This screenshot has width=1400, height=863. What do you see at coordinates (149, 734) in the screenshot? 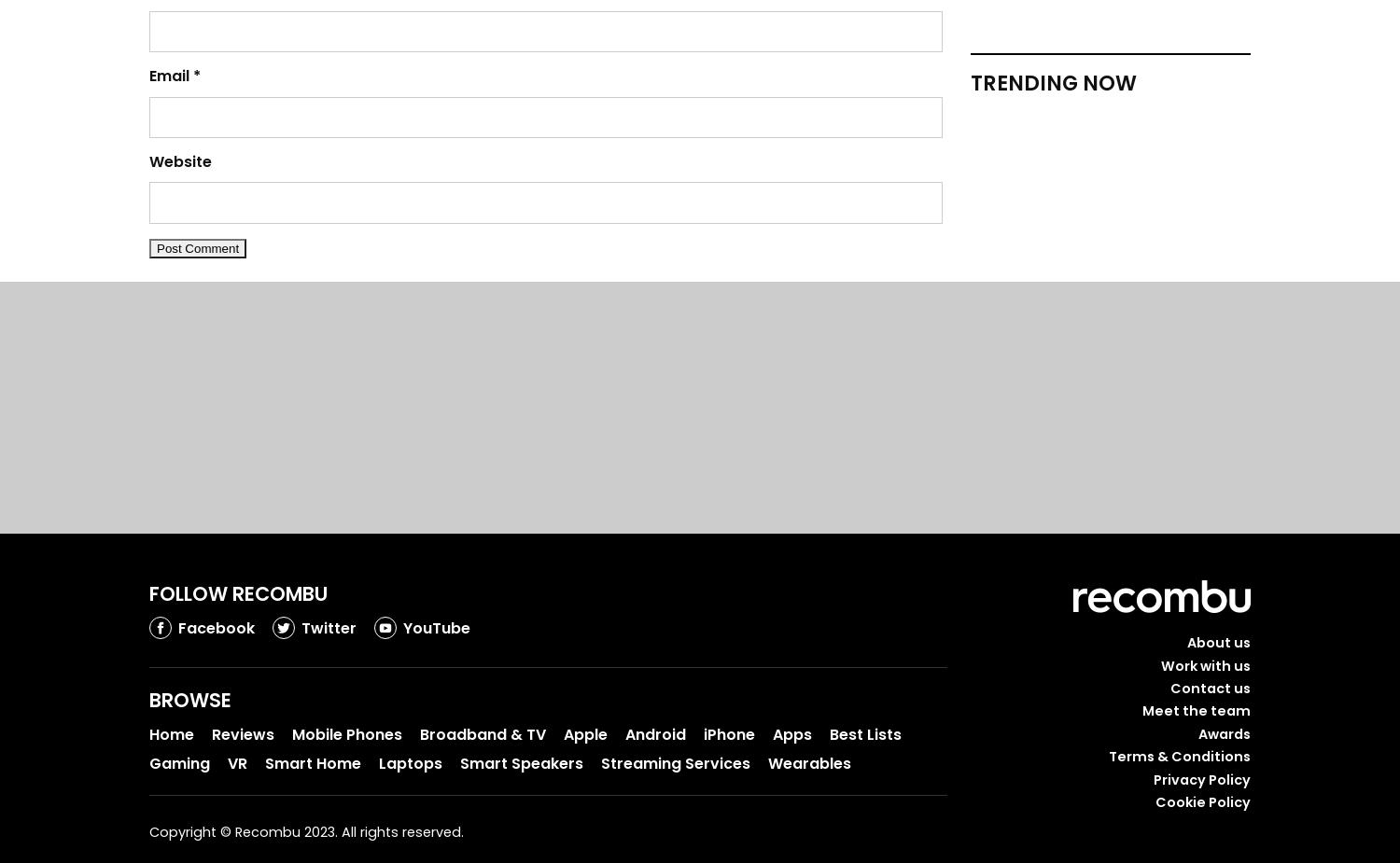
I see `'Home'` at bounding box center [149, 734].